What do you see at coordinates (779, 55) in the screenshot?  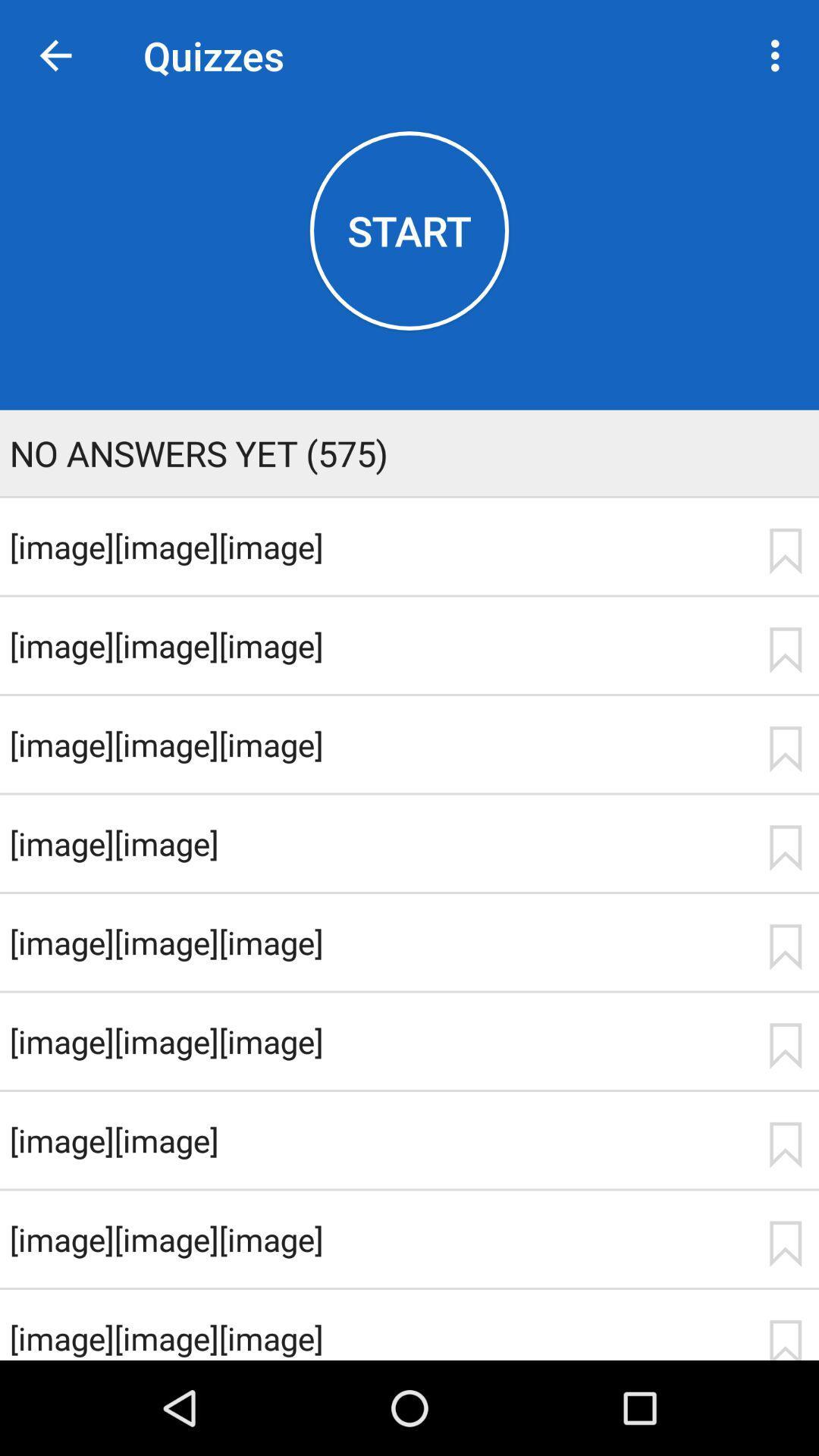 I see `icon at the top right corner` at bounding box center [779, 55].